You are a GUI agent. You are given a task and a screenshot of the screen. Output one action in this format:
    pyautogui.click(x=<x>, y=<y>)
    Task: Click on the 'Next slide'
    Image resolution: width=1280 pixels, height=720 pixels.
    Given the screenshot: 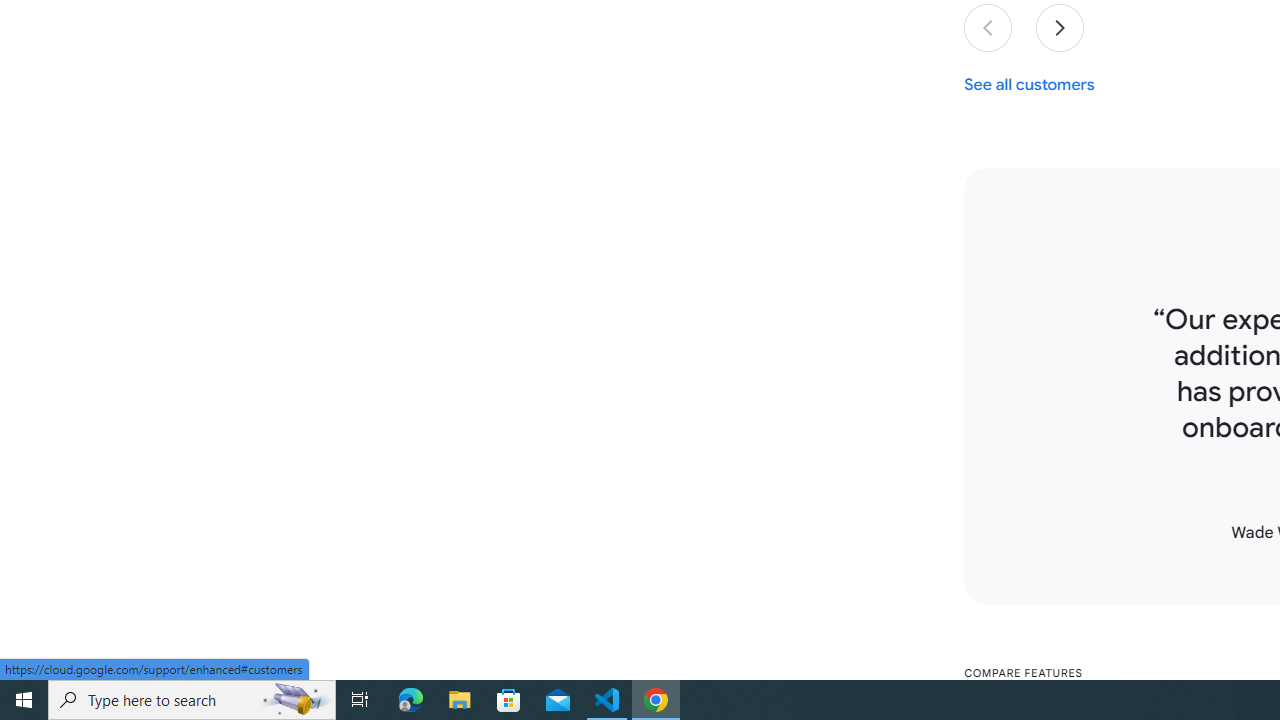 What is the action you would take?
    pyautogui.click(x=1059, y=28)
    